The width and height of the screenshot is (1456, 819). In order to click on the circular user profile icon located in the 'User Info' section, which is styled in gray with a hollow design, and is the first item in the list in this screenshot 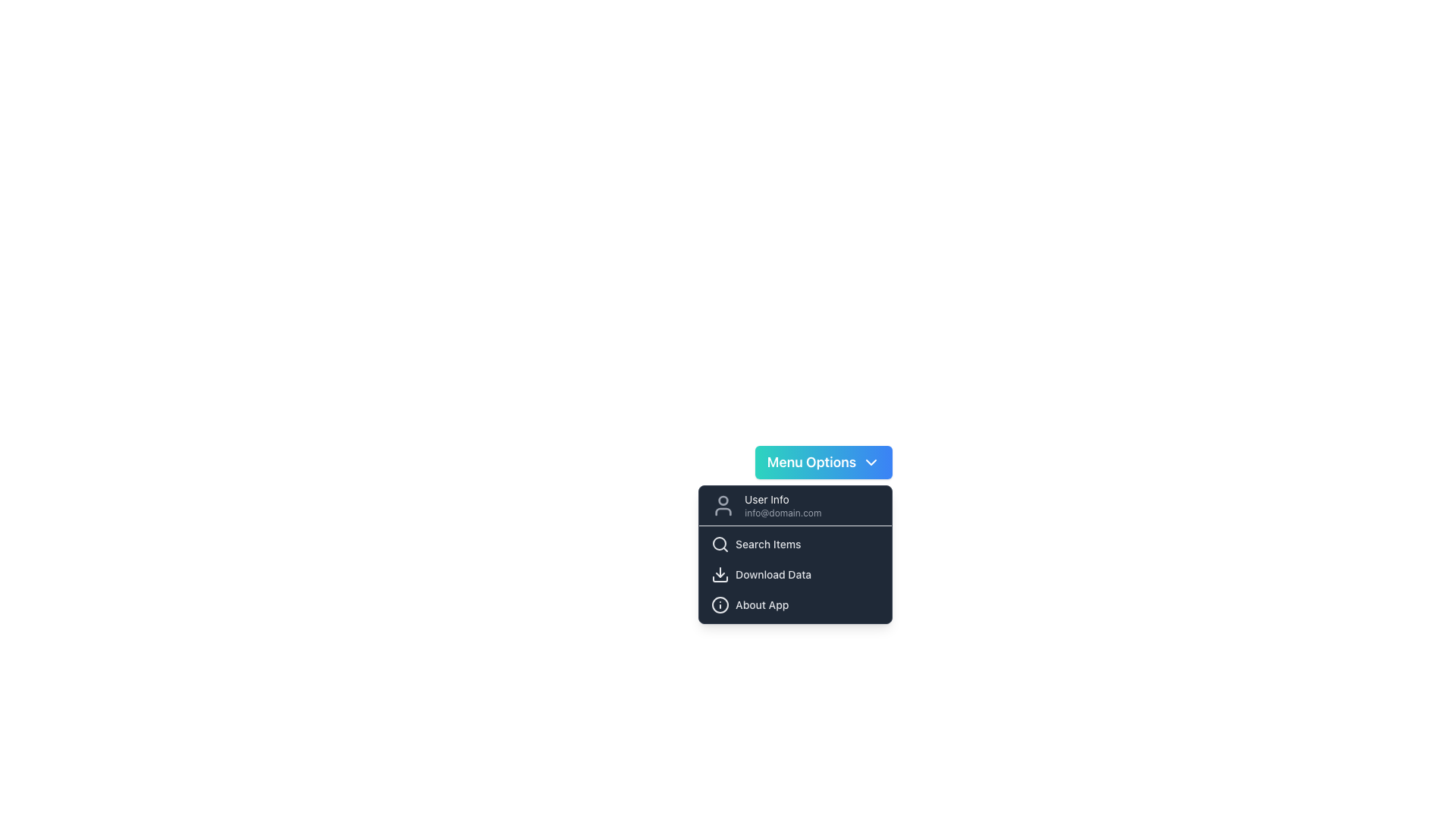, I will do `click(723, 506)`.